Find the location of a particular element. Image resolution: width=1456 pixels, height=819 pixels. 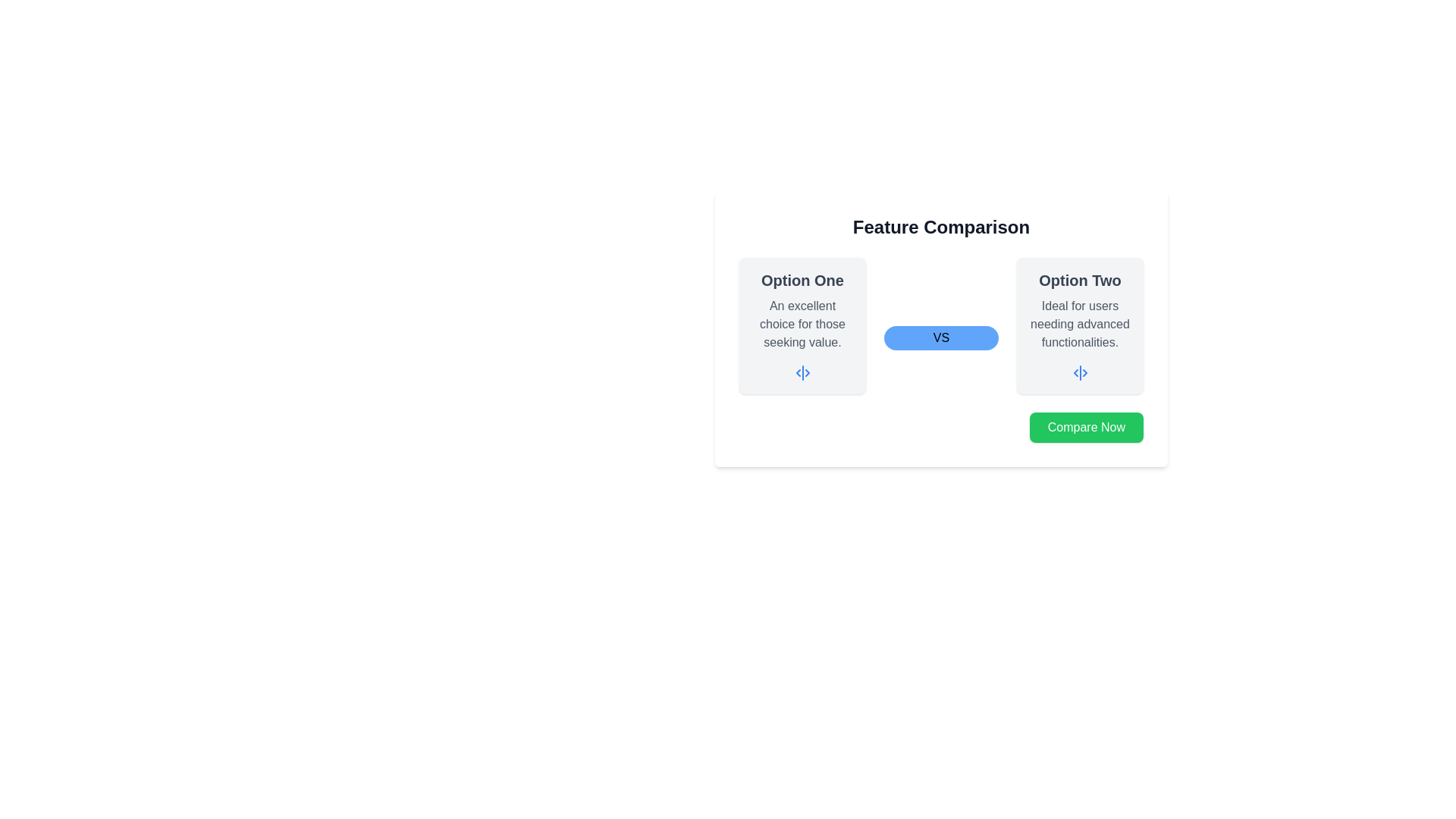

the Decorative vertical separator icon located at the lower center of the 'Option Two' card, which is positioned in the middle of three visual elements is located at coordinates (1079, 373).